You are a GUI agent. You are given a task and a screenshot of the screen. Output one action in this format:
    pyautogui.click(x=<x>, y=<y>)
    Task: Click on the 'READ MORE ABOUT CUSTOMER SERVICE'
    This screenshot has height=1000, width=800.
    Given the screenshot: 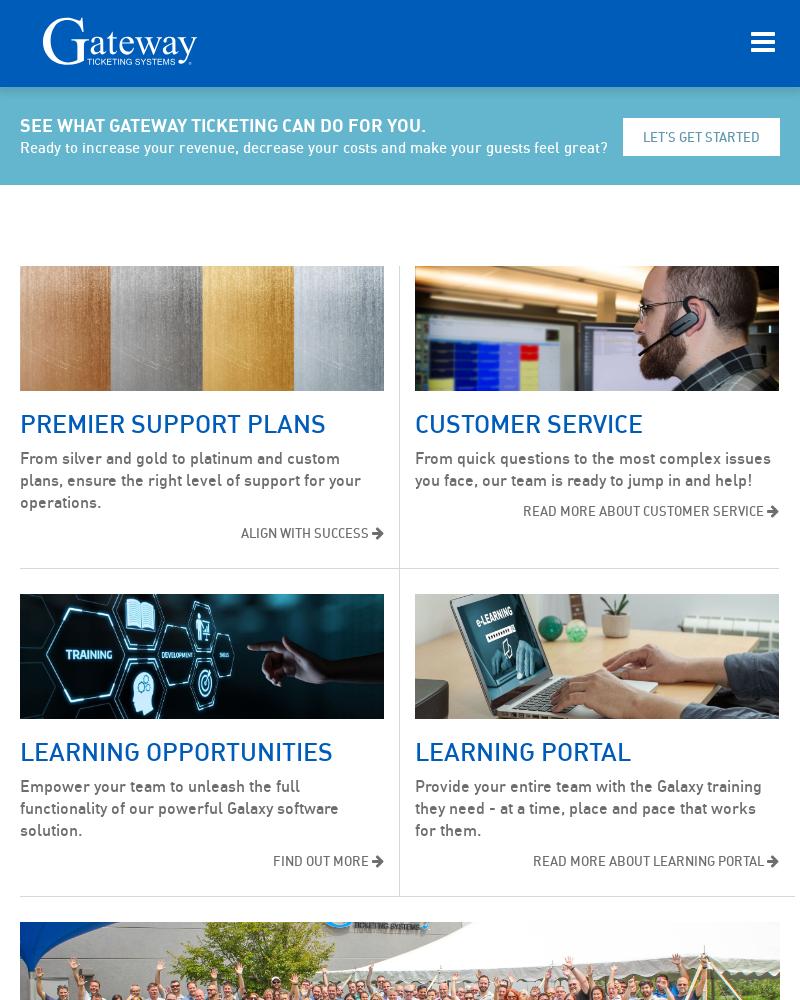 What is the action you would take?
    pyautogui.click(x=643, y=511)
    